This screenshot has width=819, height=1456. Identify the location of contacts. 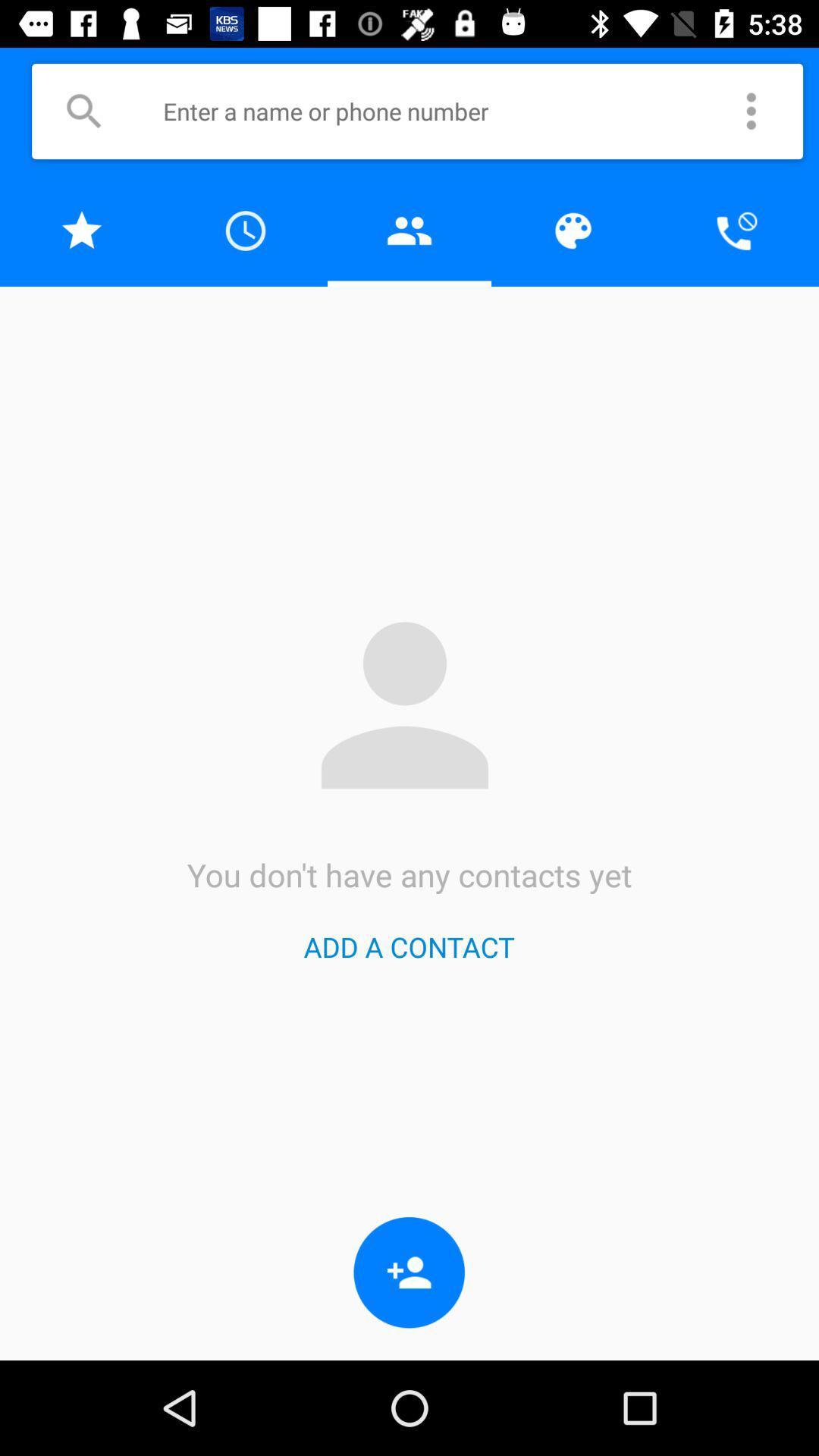
(409, 230).